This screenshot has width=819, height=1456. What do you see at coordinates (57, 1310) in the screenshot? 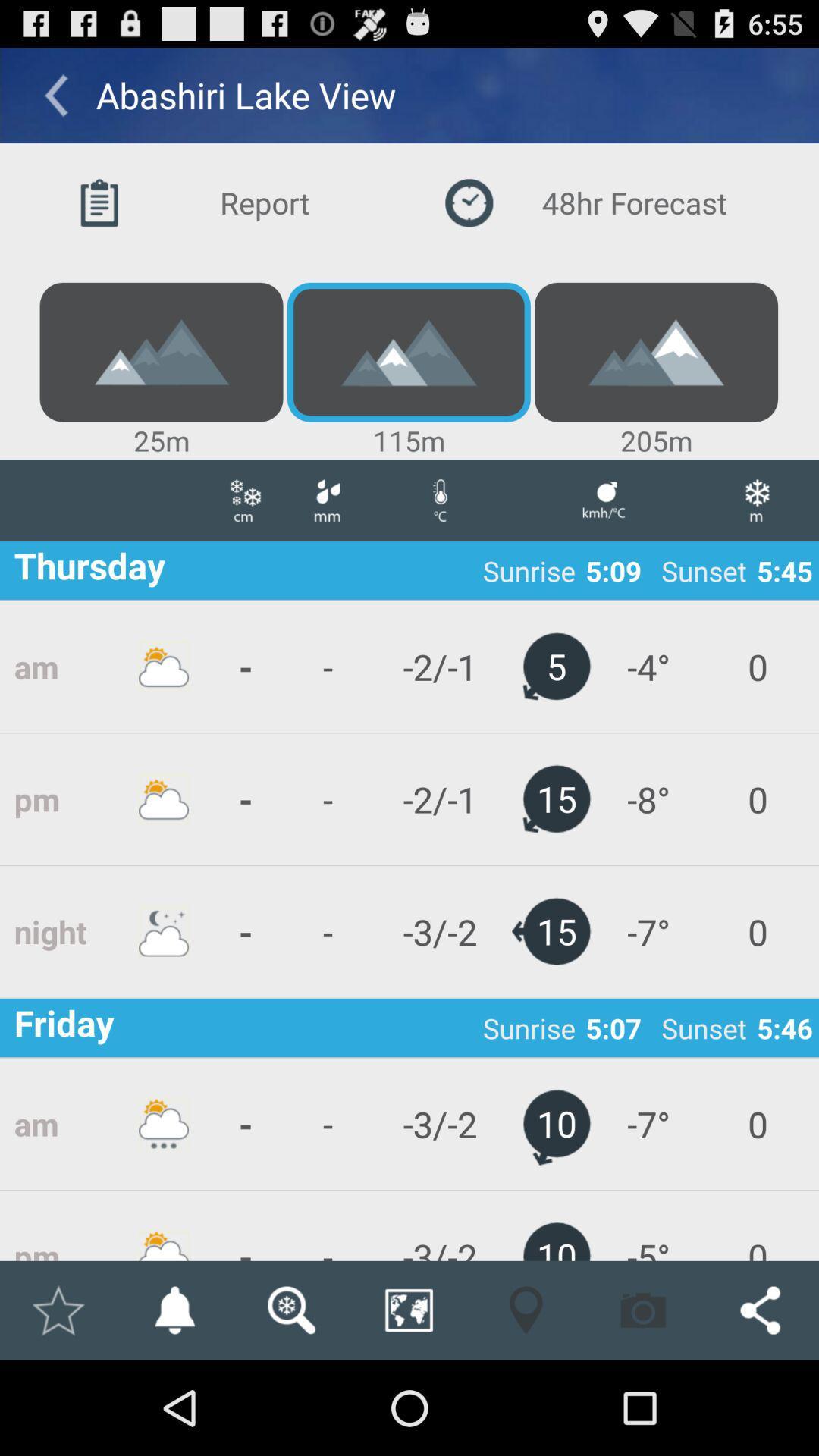
I see `page` at bounding box center [57, 1310].